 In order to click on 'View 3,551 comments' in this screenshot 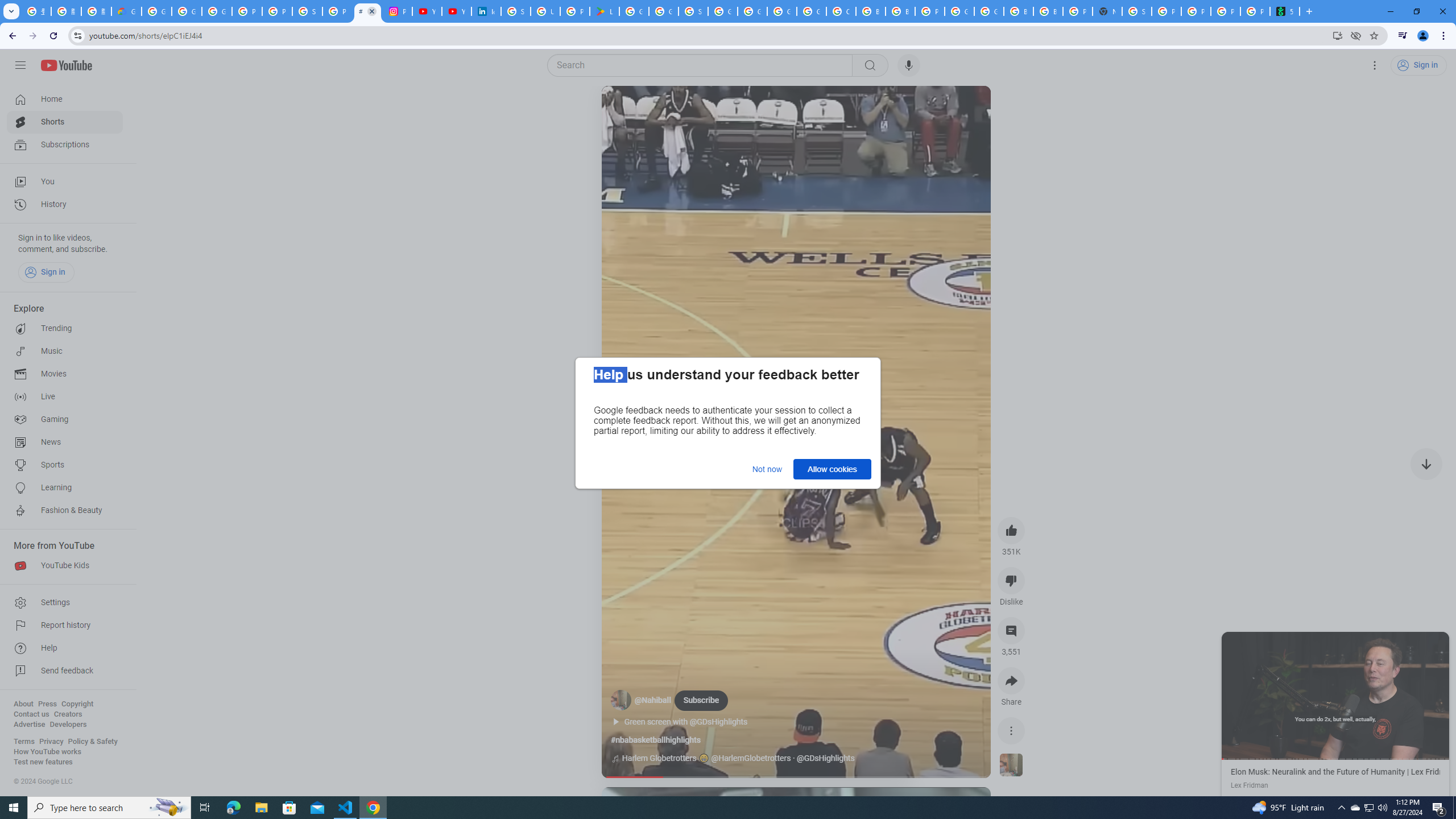, I will do `click(1011, 630)`.